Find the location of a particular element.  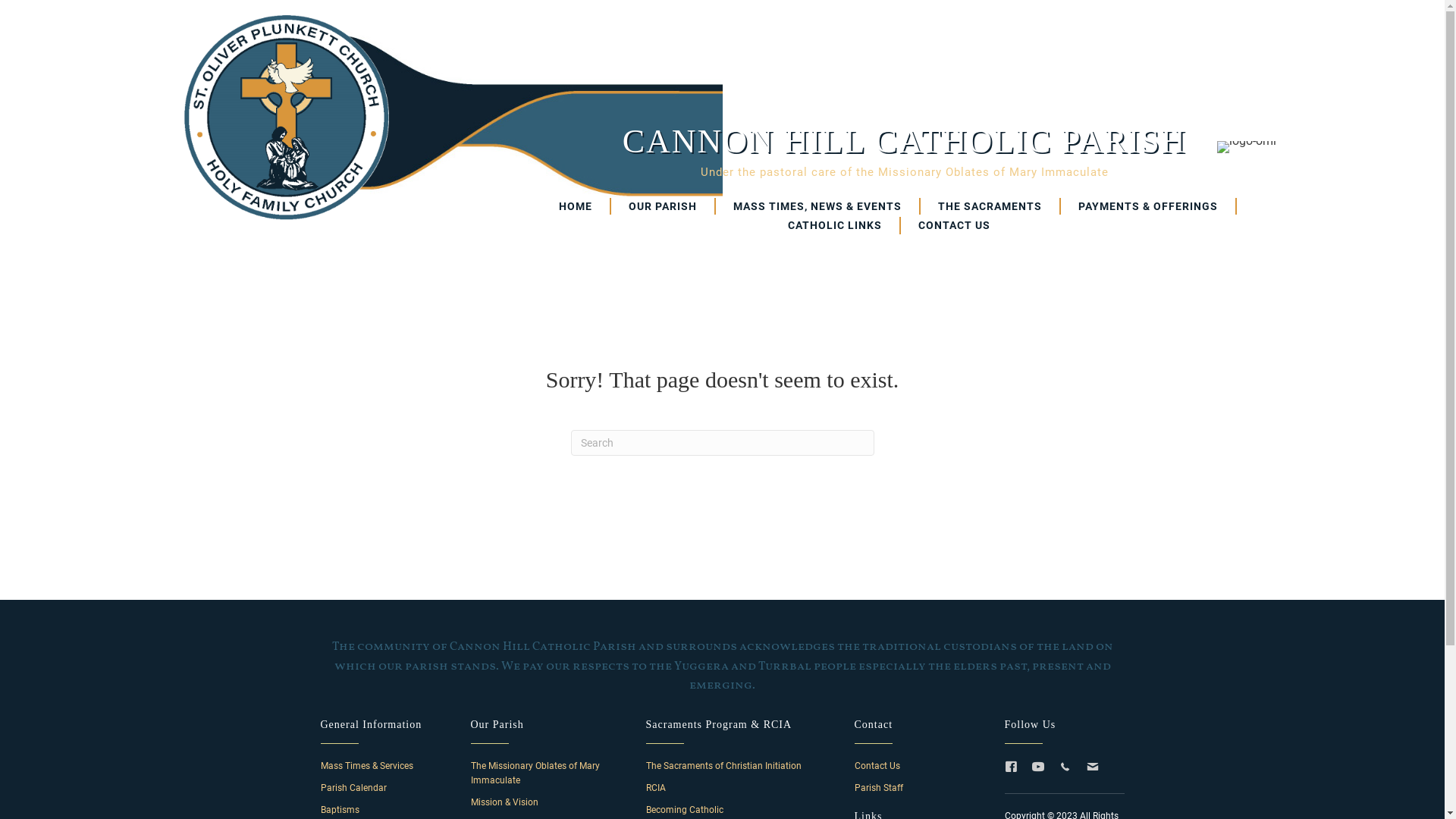

'Type and press Enter to search.' is located at coordinates (720, 442).